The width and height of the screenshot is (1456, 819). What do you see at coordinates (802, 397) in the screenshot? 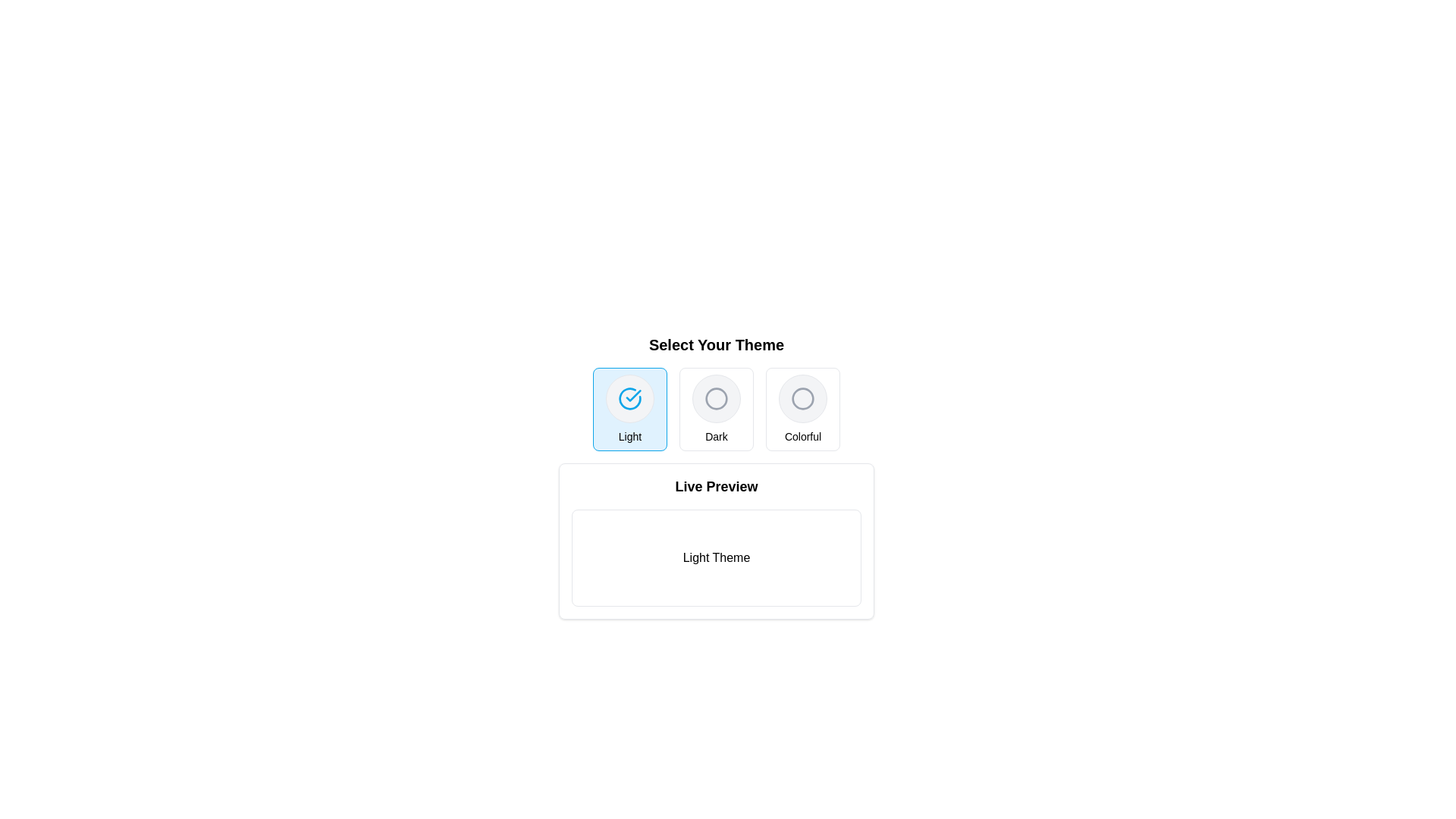
I see `the 'Colorful' theme selection icon in the 'Select Your Theme' interface, which is the centerpiece of the third option in the horizontal row of theme selectors` at bounding box center [802, 397].